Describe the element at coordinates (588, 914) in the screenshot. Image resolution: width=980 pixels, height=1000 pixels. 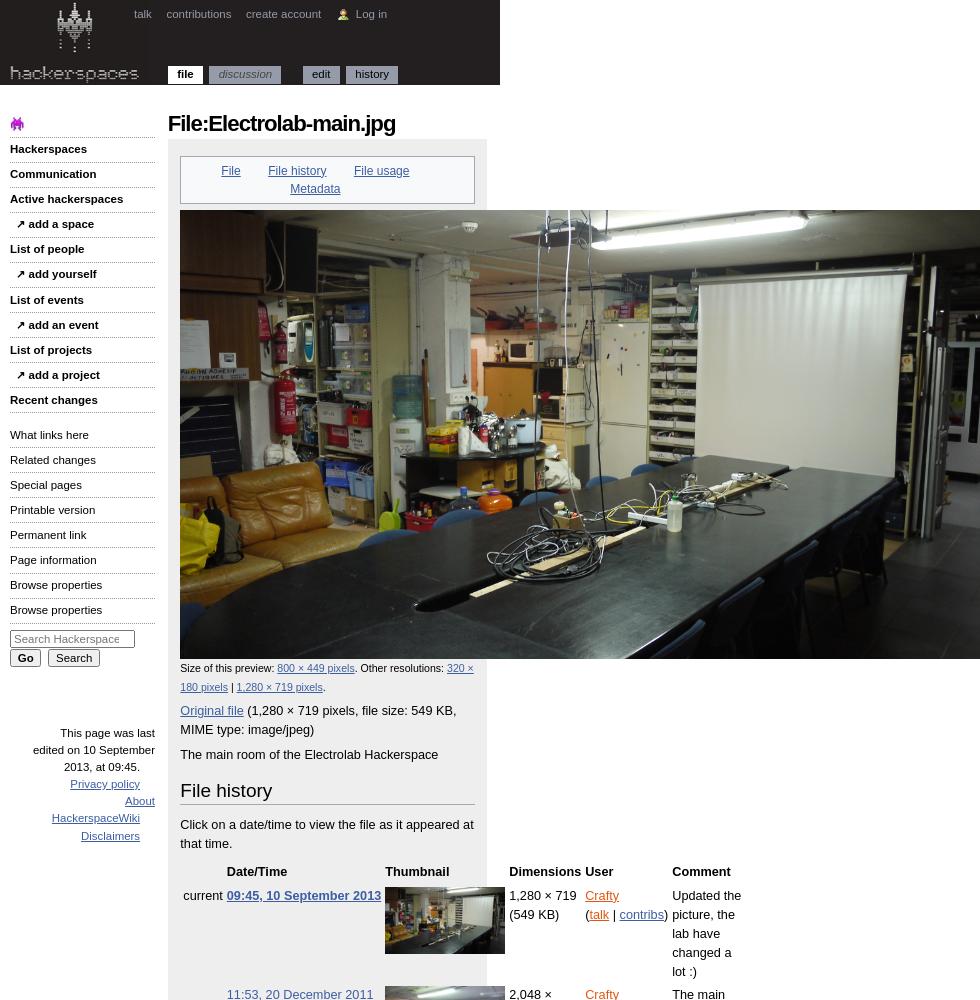
I see `'talk'` at that location.